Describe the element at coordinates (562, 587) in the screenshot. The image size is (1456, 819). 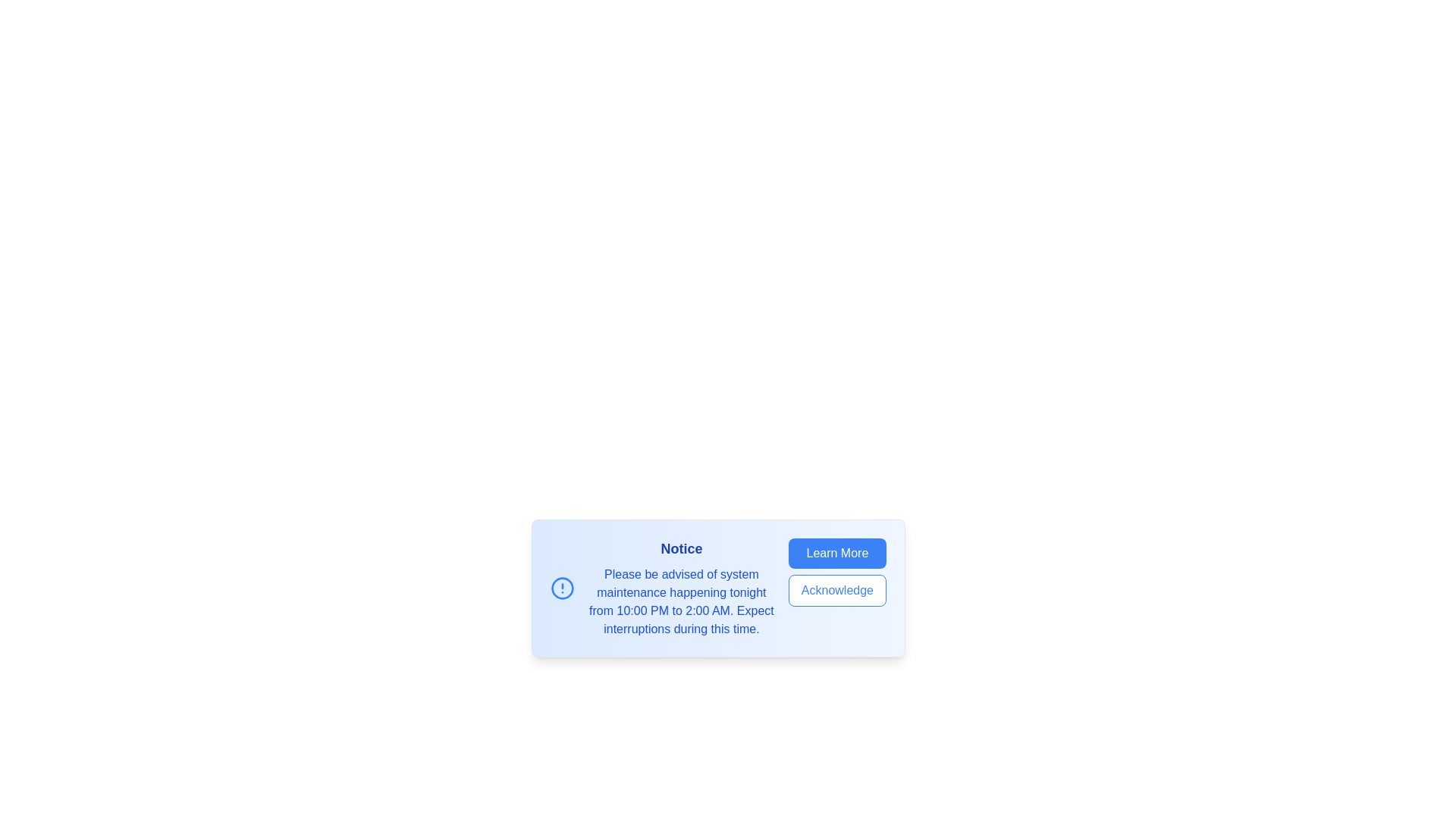
I see `the blue warning icon located on the left side of the notification box, which visually represents a warning or alert` at that location.